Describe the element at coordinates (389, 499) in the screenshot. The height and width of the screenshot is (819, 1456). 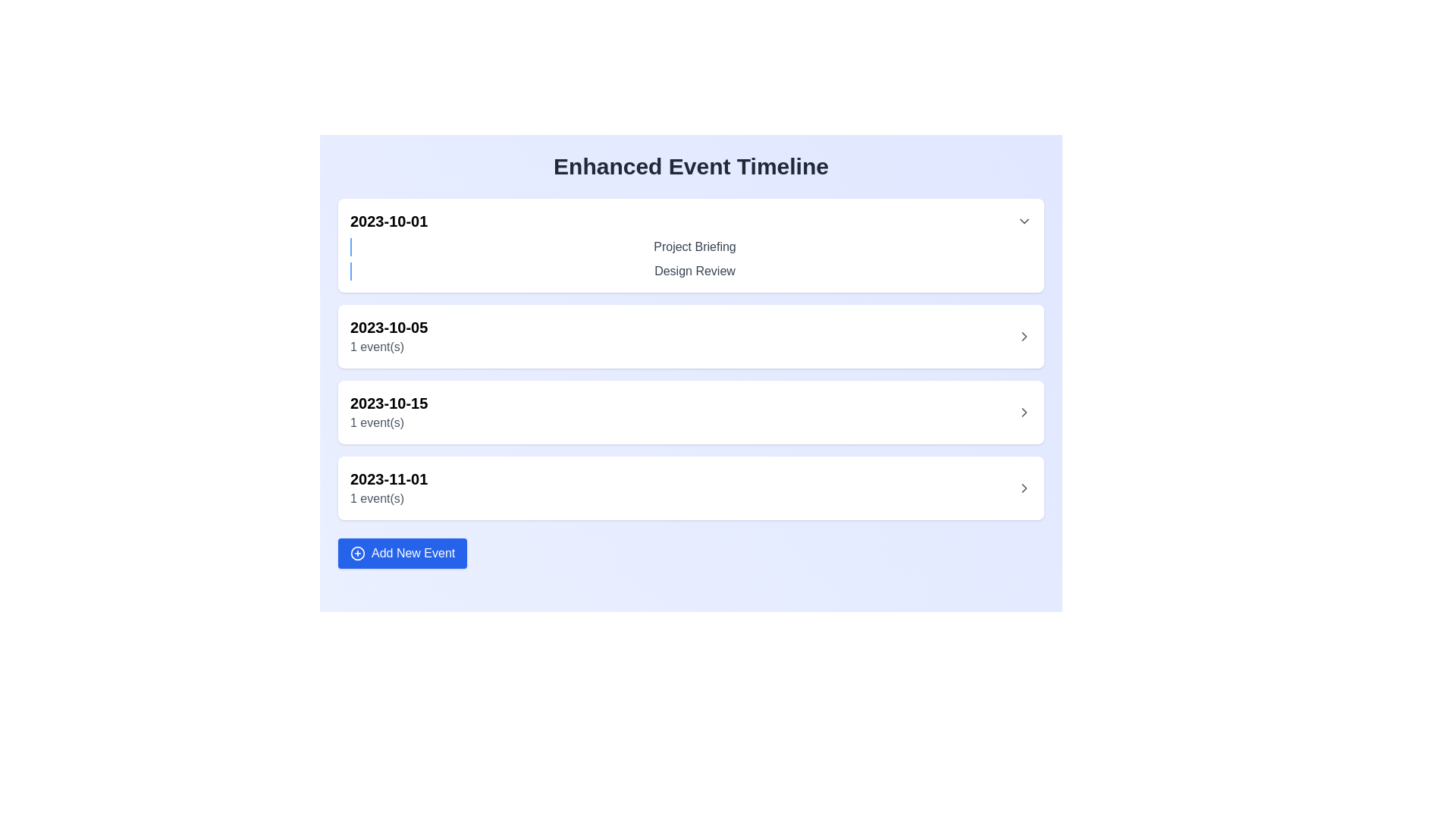
I see `the text label displaying '1 event(s)' styled in gray, located below the date '2023-11-01'` at that location.